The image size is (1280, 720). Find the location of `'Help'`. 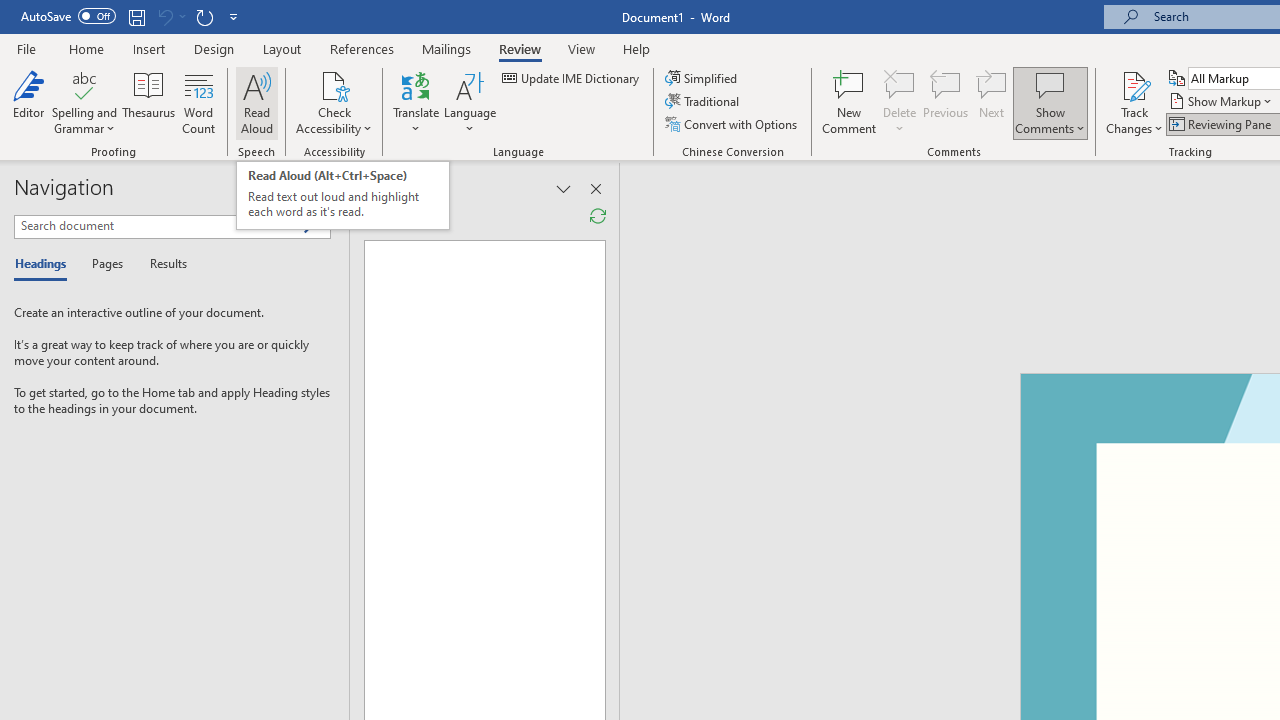

'Help' is located at coordinates (636, 48).